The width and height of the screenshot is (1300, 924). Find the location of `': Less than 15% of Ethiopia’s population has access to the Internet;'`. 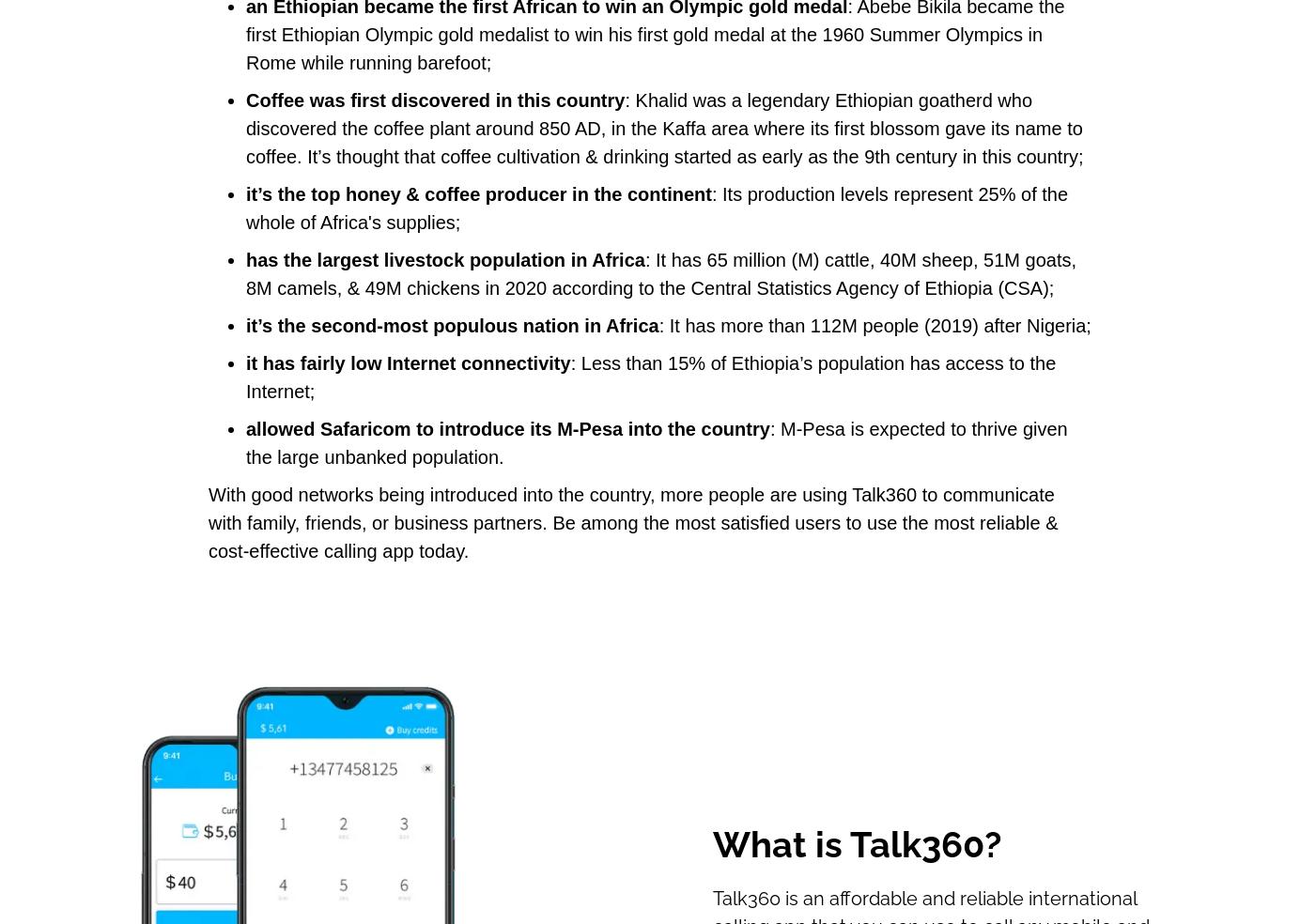

': Less than 15% of Ethiopia’s population has access to the Internet;' is located at coordinates (244, 377).